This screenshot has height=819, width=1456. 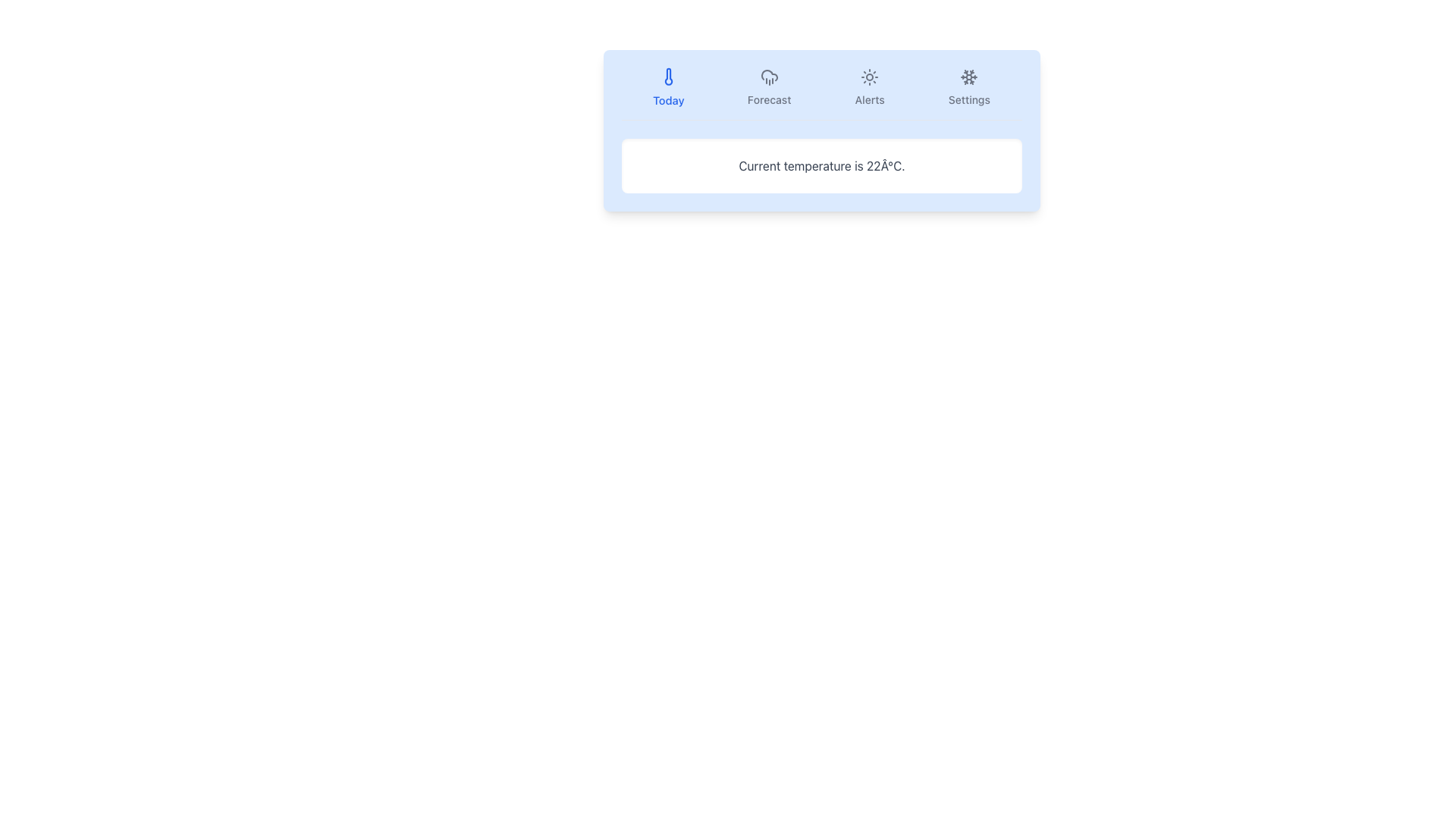 I want to click on temperature information displayed in the informational panel with a light blue background located in the central upper portion of the interface, so click(x=821, y=130).